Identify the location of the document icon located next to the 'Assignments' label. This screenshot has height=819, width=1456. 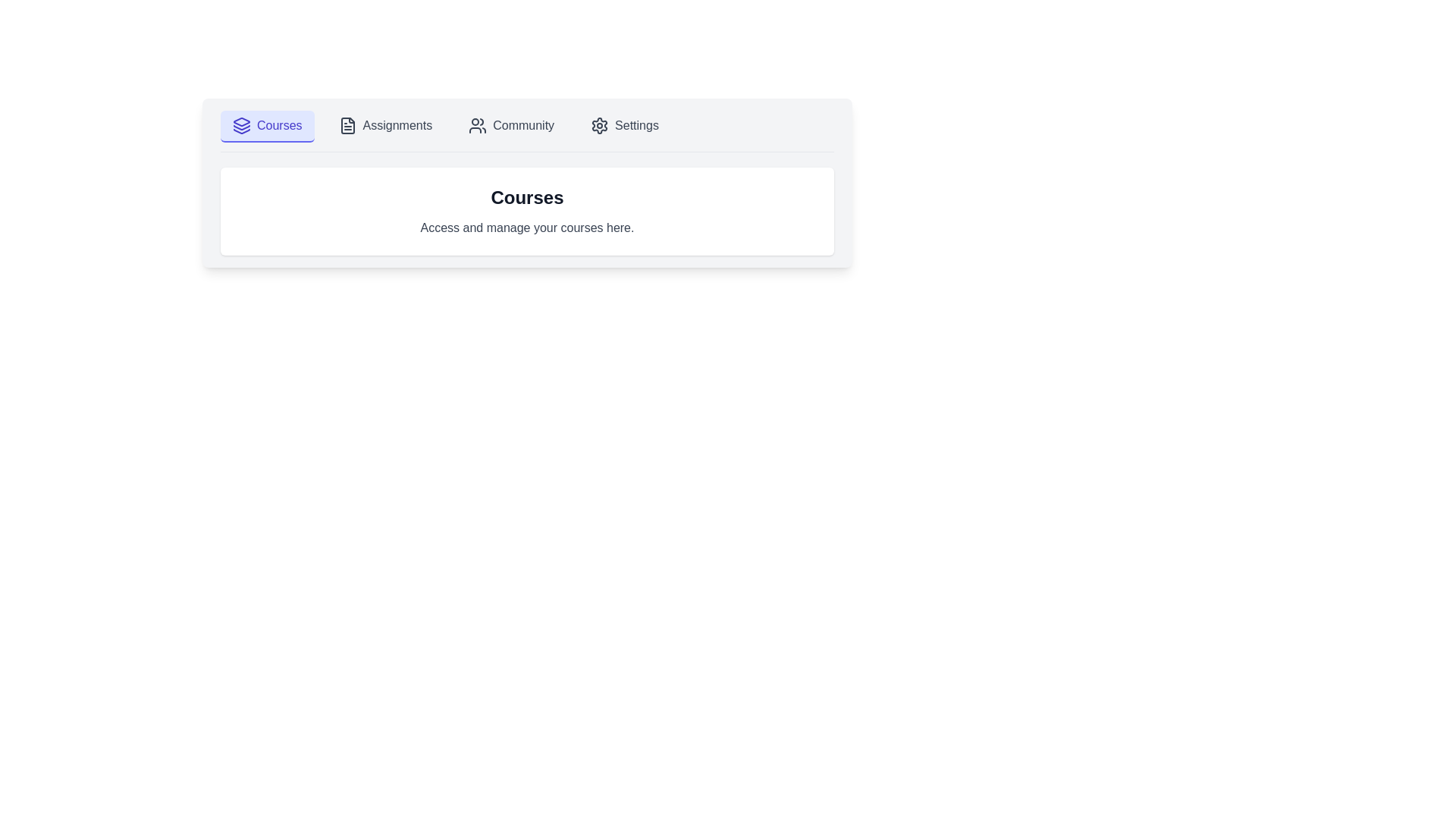
(347, 124).